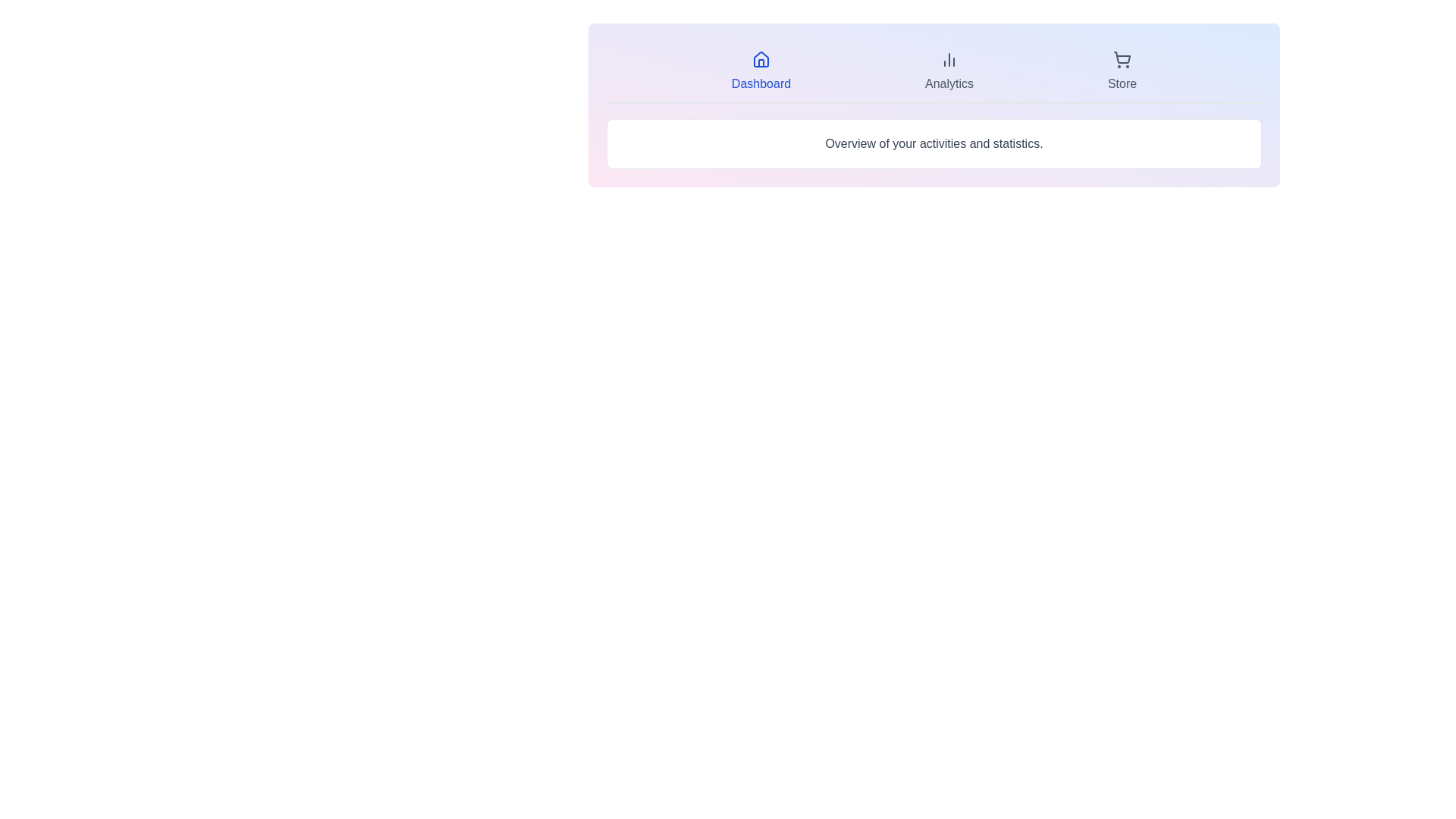  I want to click on the Dashboard tab in the AdvancedTabs component, so click(761, 72).